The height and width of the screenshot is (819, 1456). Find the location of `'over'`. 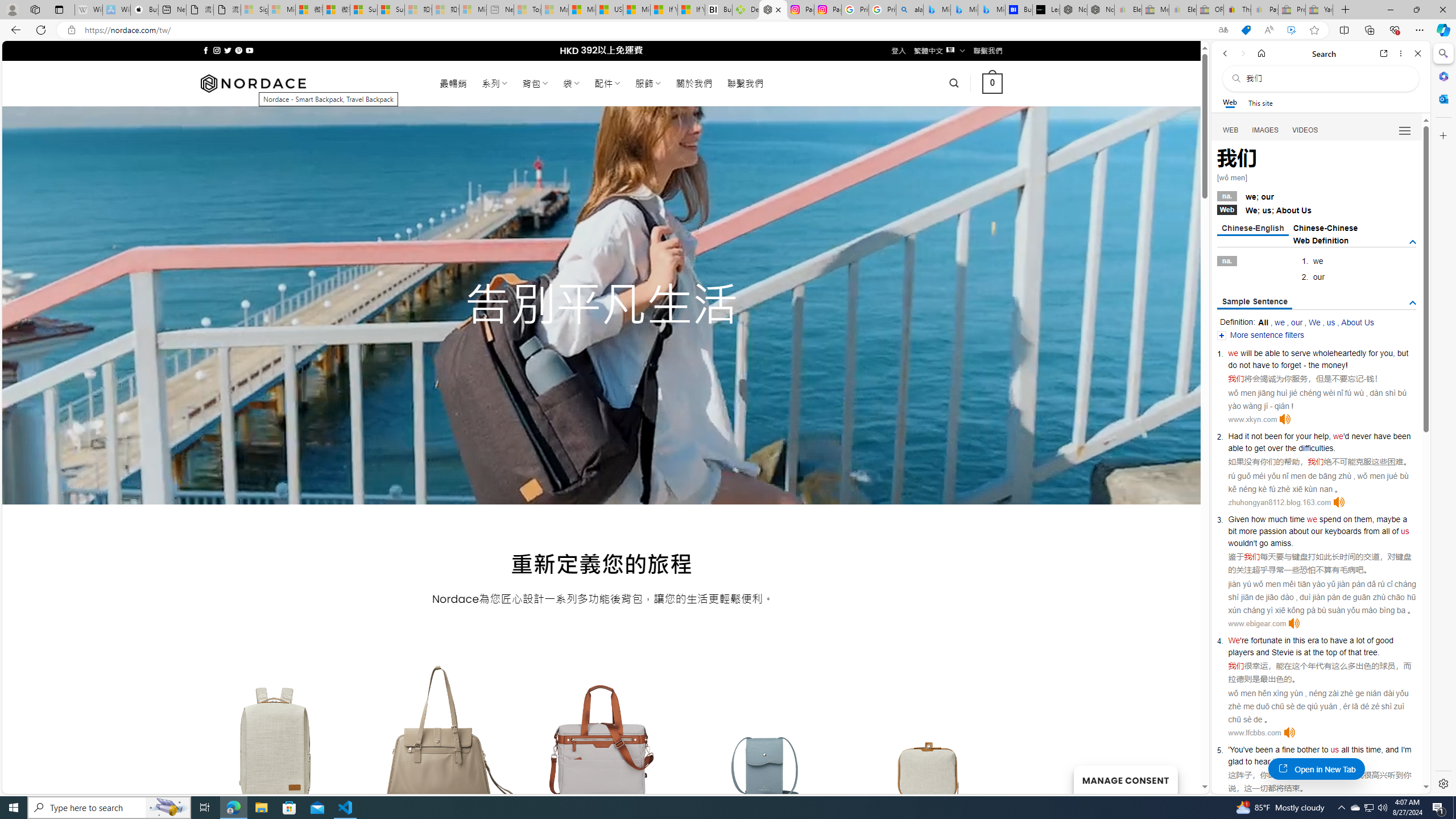

'over' is located at coordinates (1275, 448).